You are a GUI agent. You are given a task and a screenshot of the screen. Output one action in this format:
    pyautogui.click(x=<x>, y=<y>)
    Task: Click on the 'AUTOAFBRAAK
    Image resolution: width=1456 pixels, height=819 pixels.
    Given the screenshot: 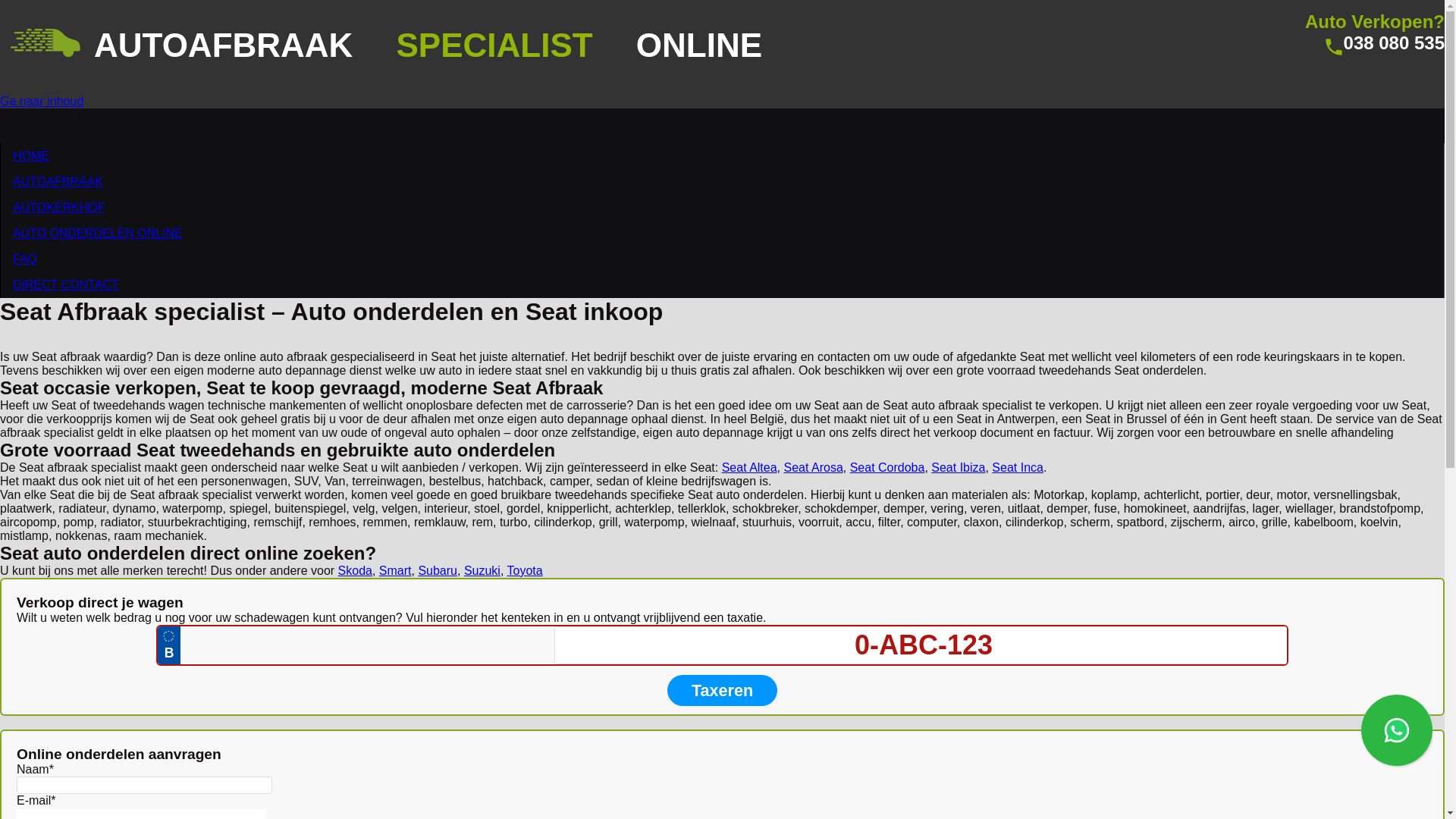 What is the action you would take?
    pyautogui.click(x=447, y=45)
    